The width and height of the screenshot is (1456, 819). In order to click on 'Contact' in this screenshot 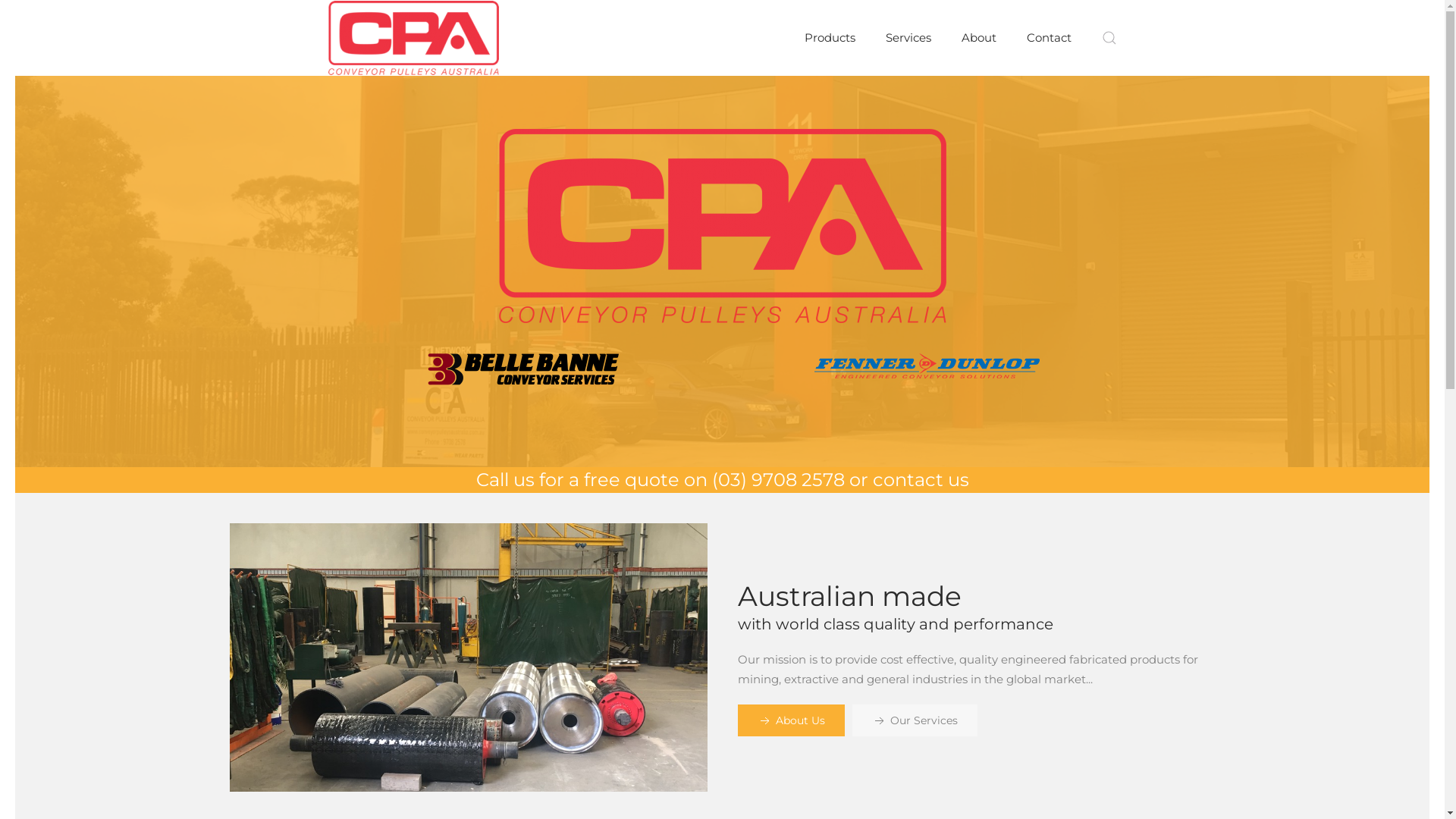, I will do `click(1048, 37)`.